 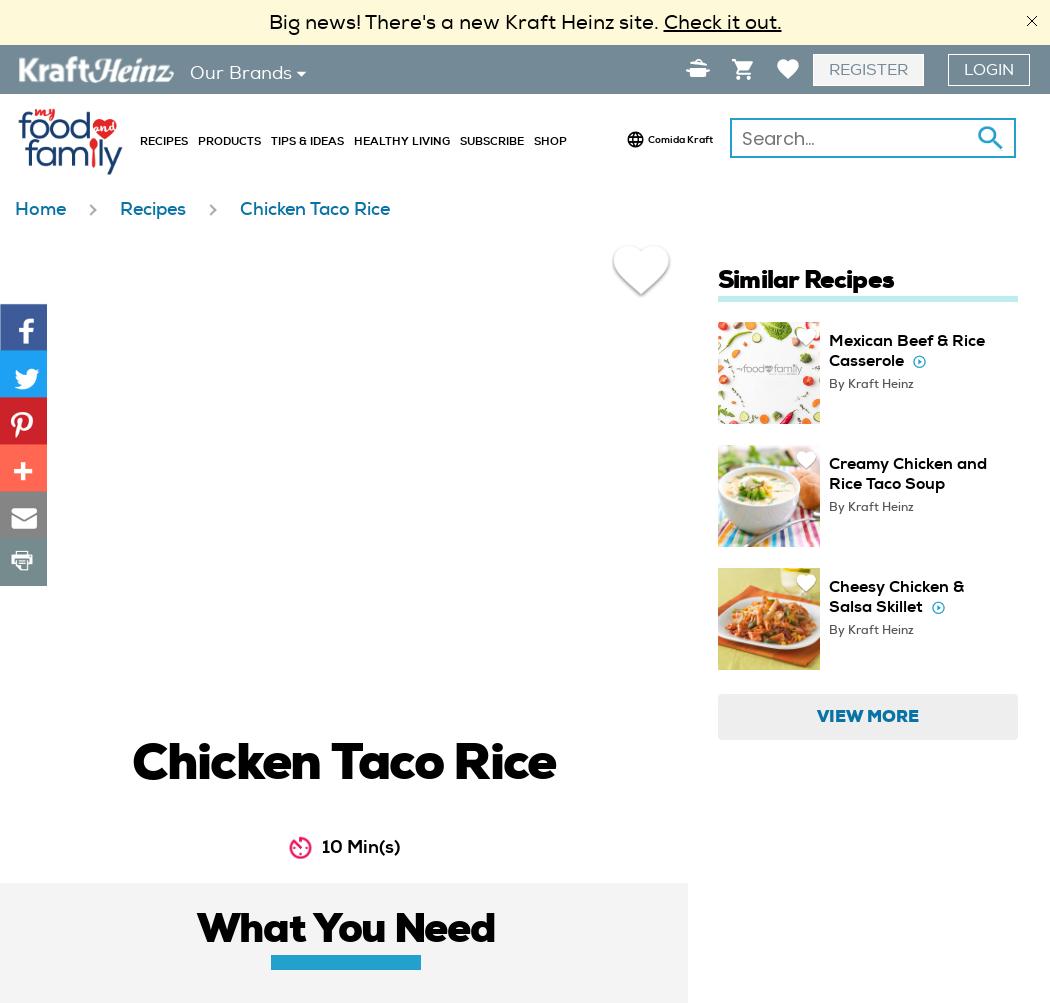 I want to click on 'Register', so click(x=867, y=70).